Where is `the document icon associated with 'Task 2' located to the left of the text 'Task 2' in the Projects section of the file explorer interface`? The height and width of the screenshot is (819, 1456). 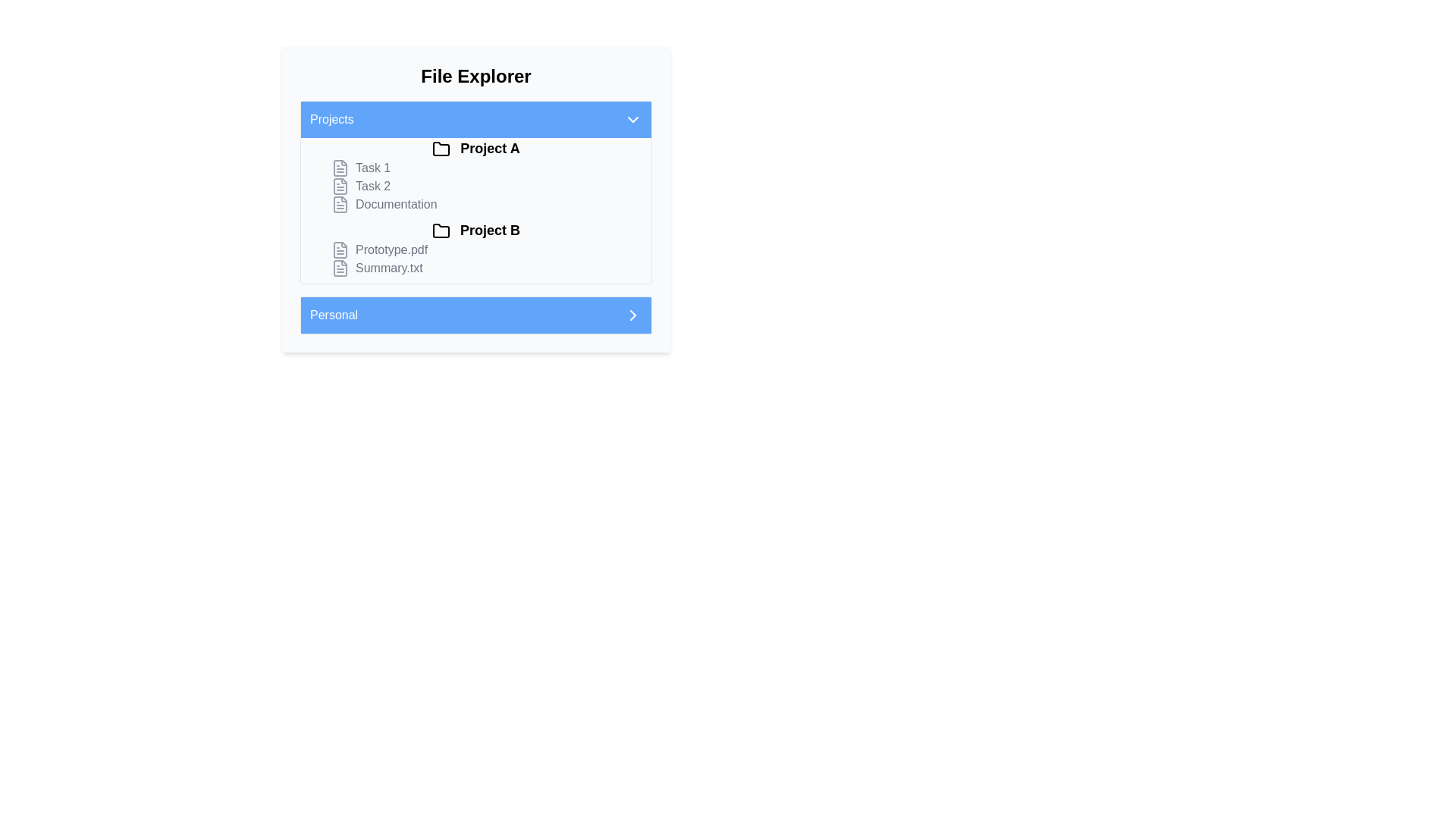
the document icon associated with 'Task 2' located to the left of the text 'Task 2' in the Projects section of the file explorer interface is located at coordinates (340, 186).